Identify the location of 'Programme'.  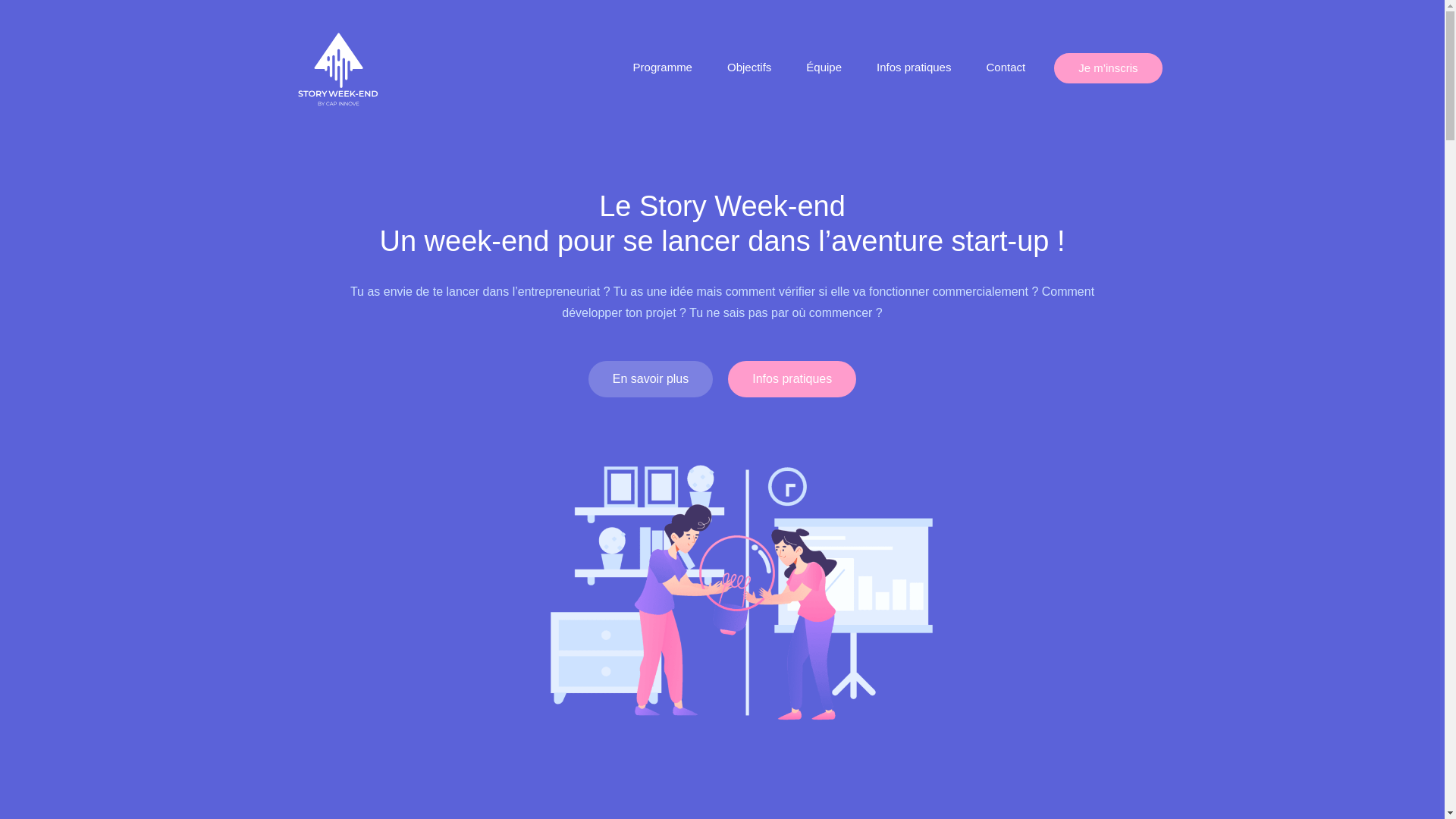
(662, 67).